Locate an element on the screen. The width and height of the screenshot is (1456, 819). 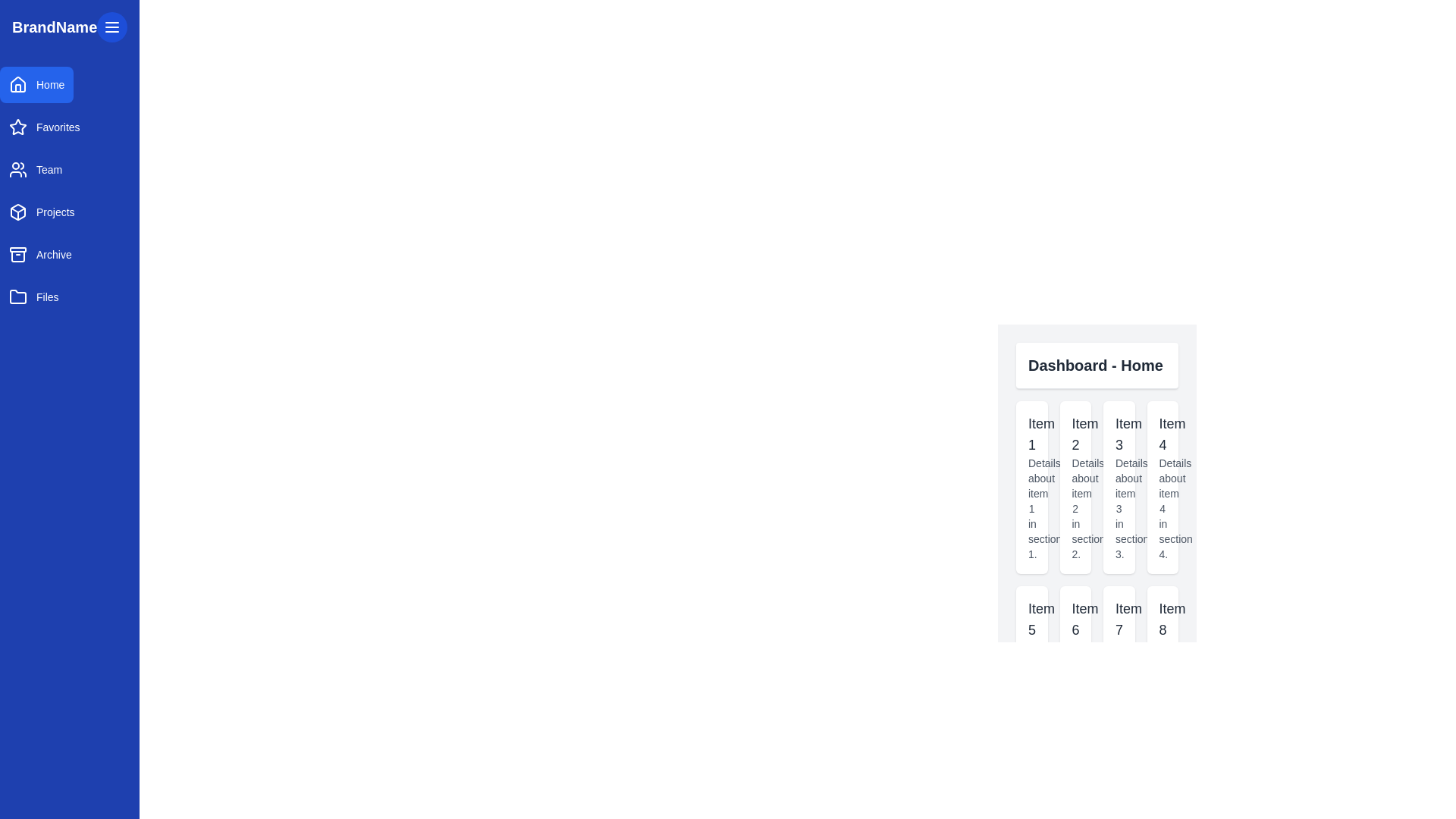
the 'BrandName' text label, which is styled in bold and large font, positioned in the top-left corner of the interface on a blue background is located at coordinates (55, 27).